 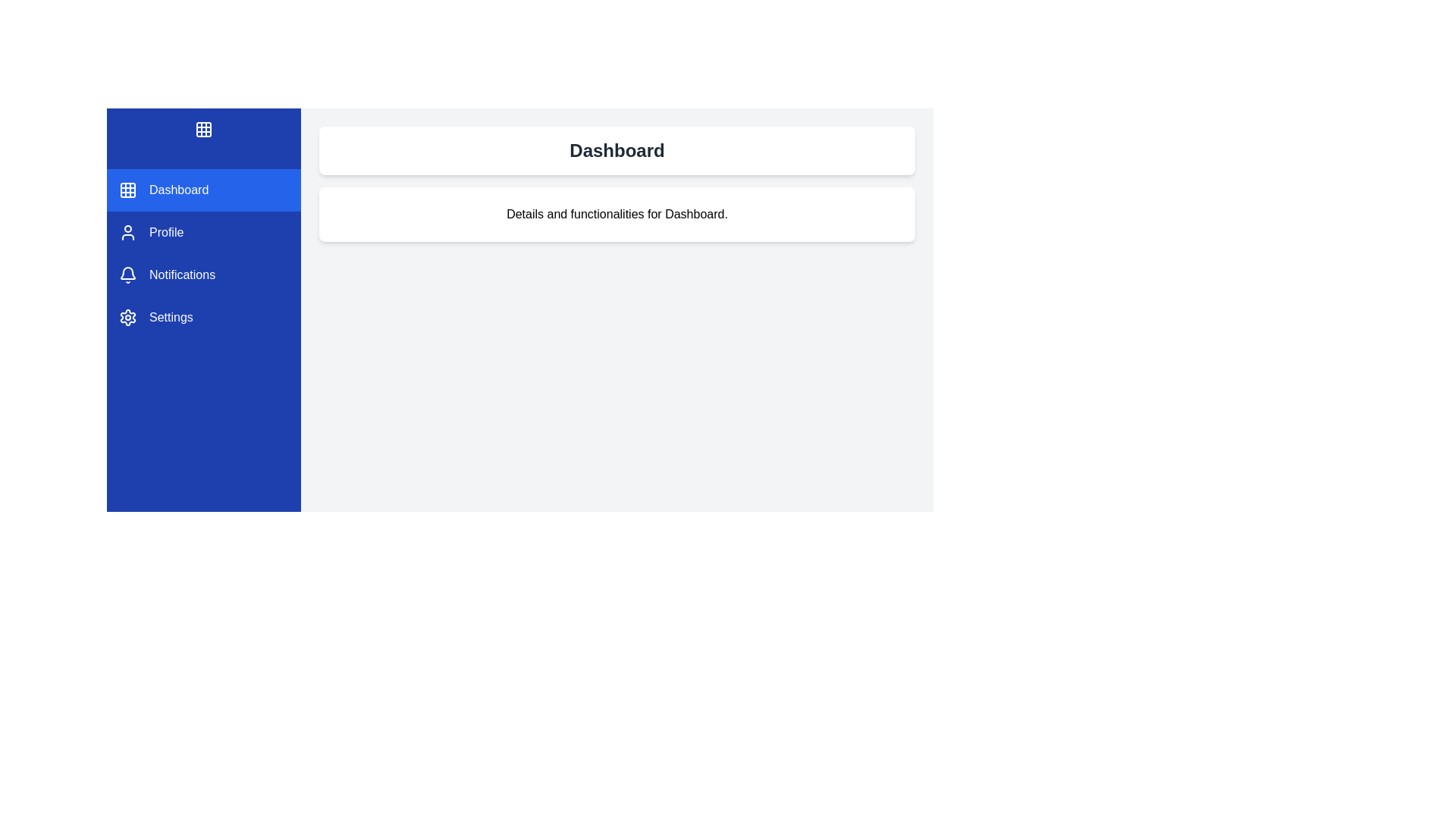 I want to click on the icon button located in the top-left corner of the vertical navigation bar, above the 'Dashboard' menu item, so click(x=202, y=128).